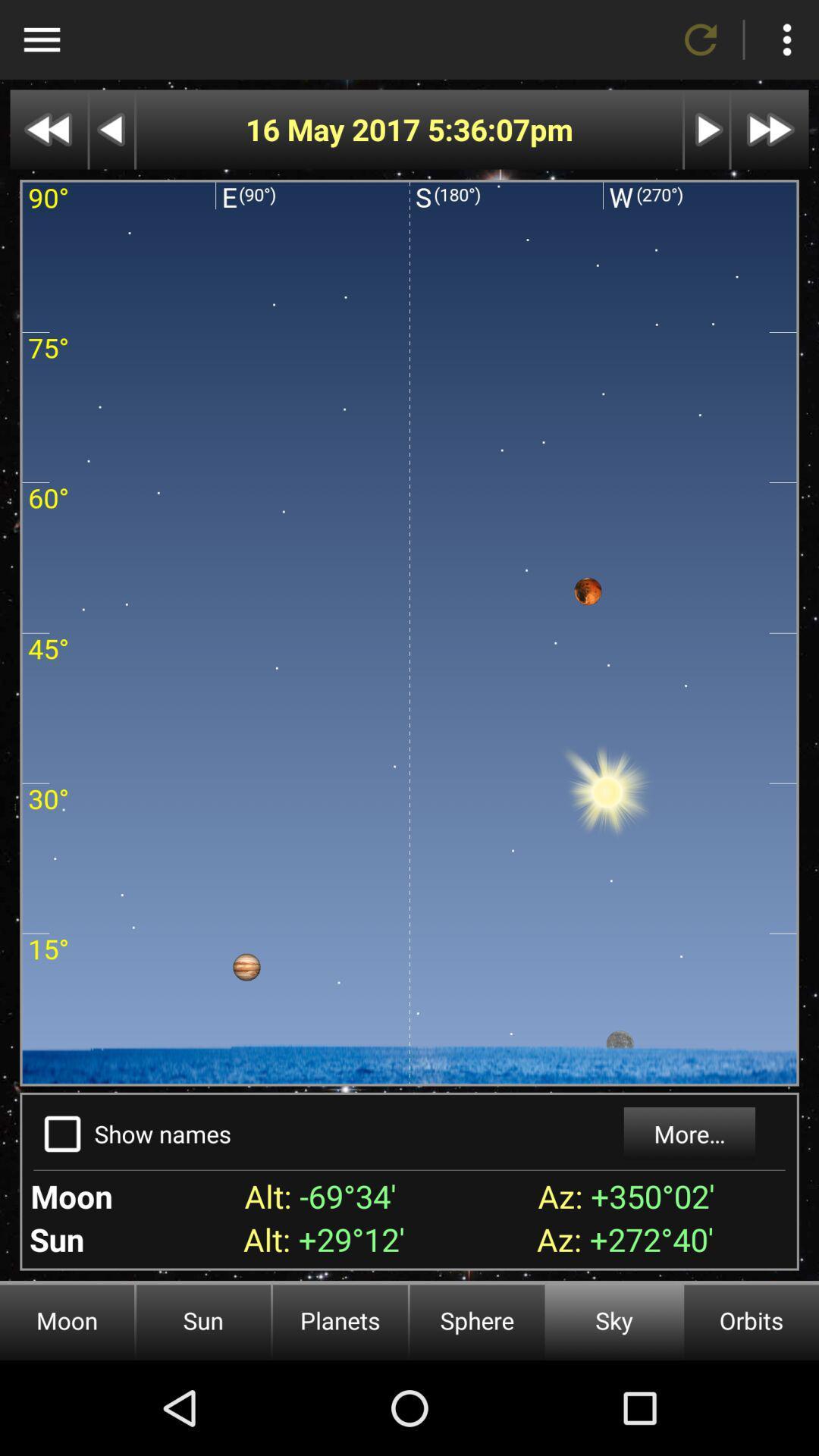 This screenshot has height=1456, width=819. What do you see at coordinates (707, 130) in the screenshot?
I see `advance frame` at bounding box center [707, 130].